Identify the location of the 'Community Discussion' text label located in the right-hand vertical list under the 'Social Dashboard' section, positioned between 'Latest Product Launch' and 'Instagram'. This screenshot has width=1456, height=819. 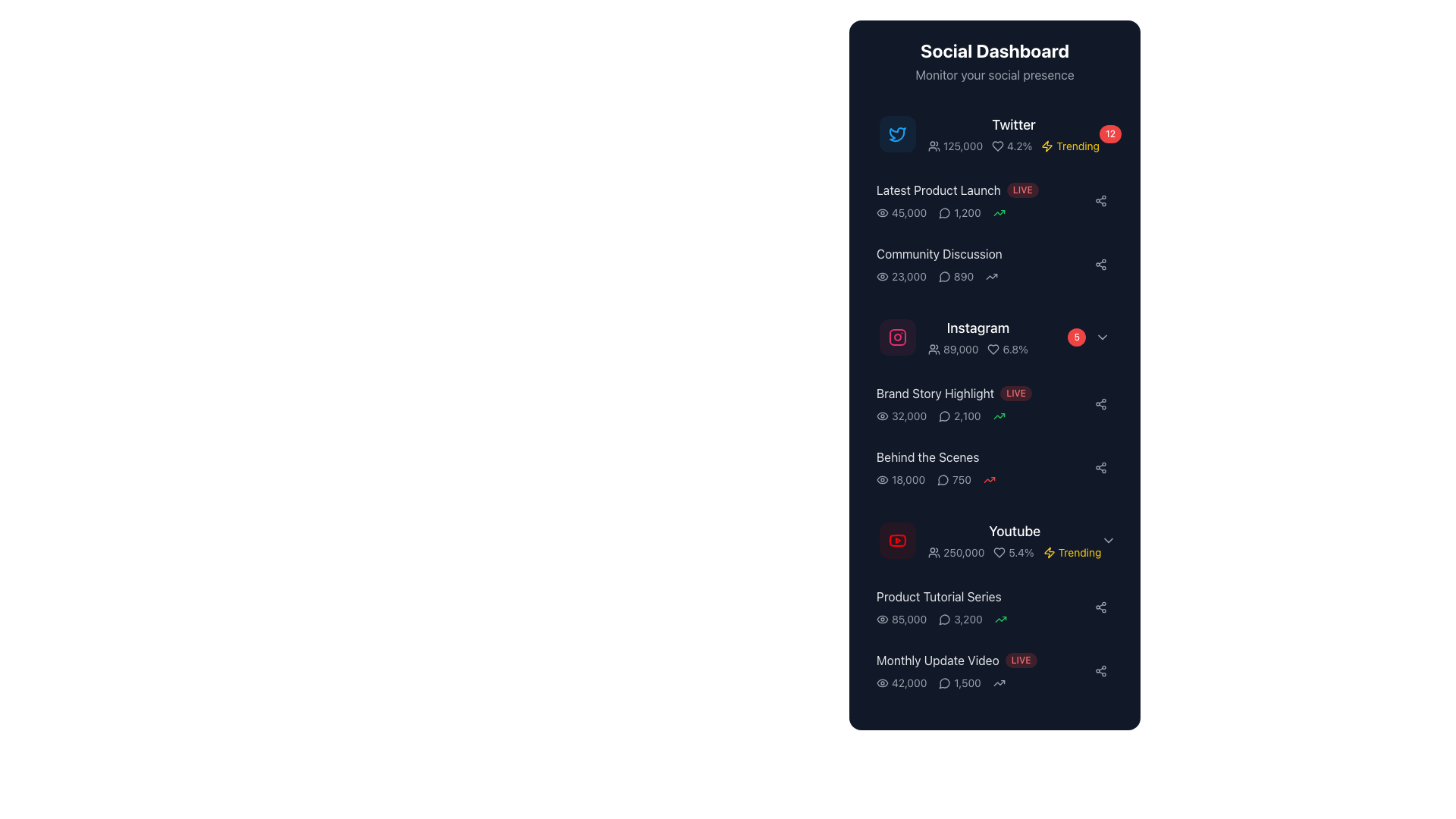
(938, 253).